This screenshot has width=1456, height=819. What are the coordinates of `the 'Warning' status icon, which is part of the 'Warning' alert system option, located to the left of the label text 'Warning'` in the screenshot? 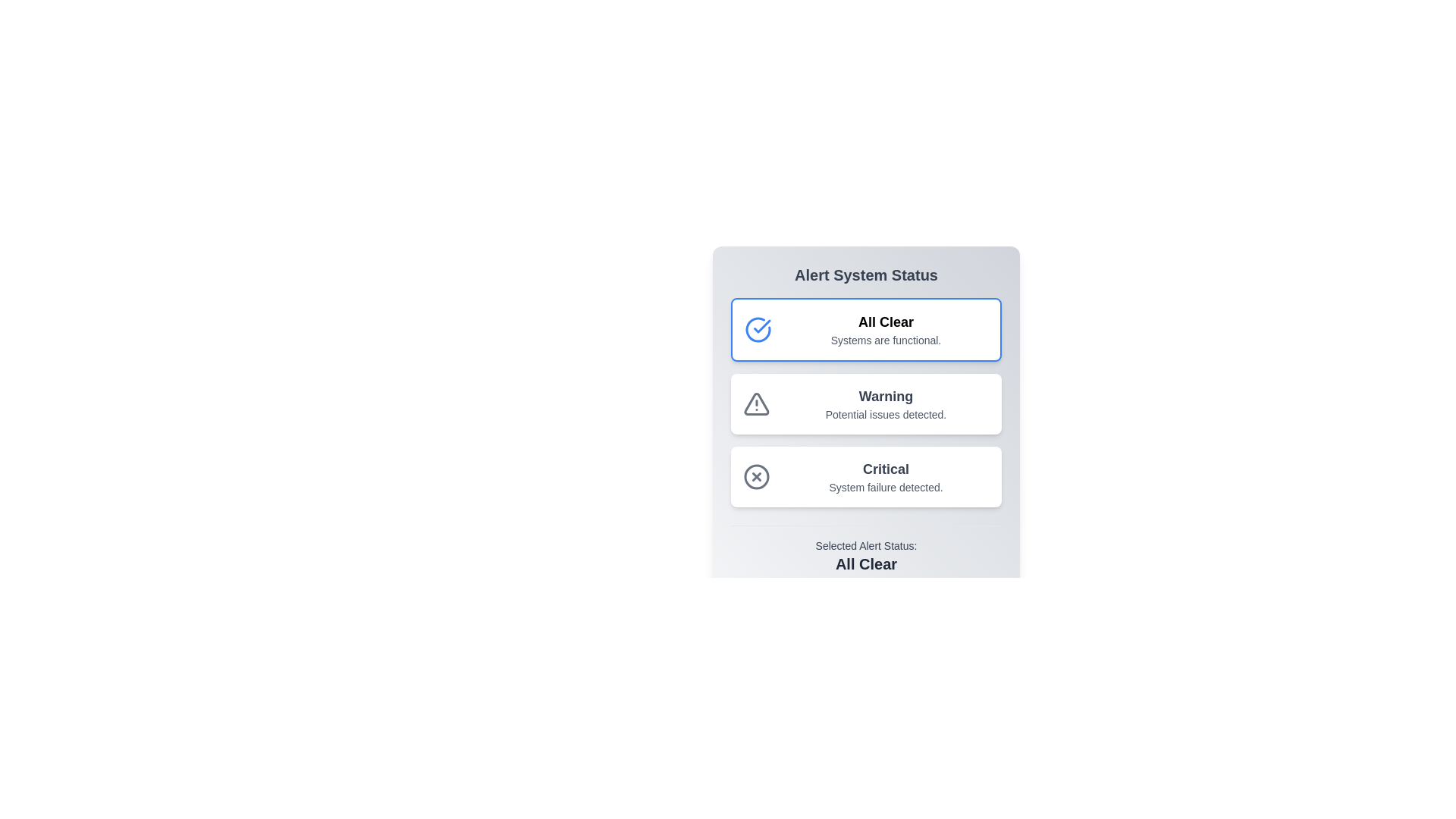 It's located at (757, 403).